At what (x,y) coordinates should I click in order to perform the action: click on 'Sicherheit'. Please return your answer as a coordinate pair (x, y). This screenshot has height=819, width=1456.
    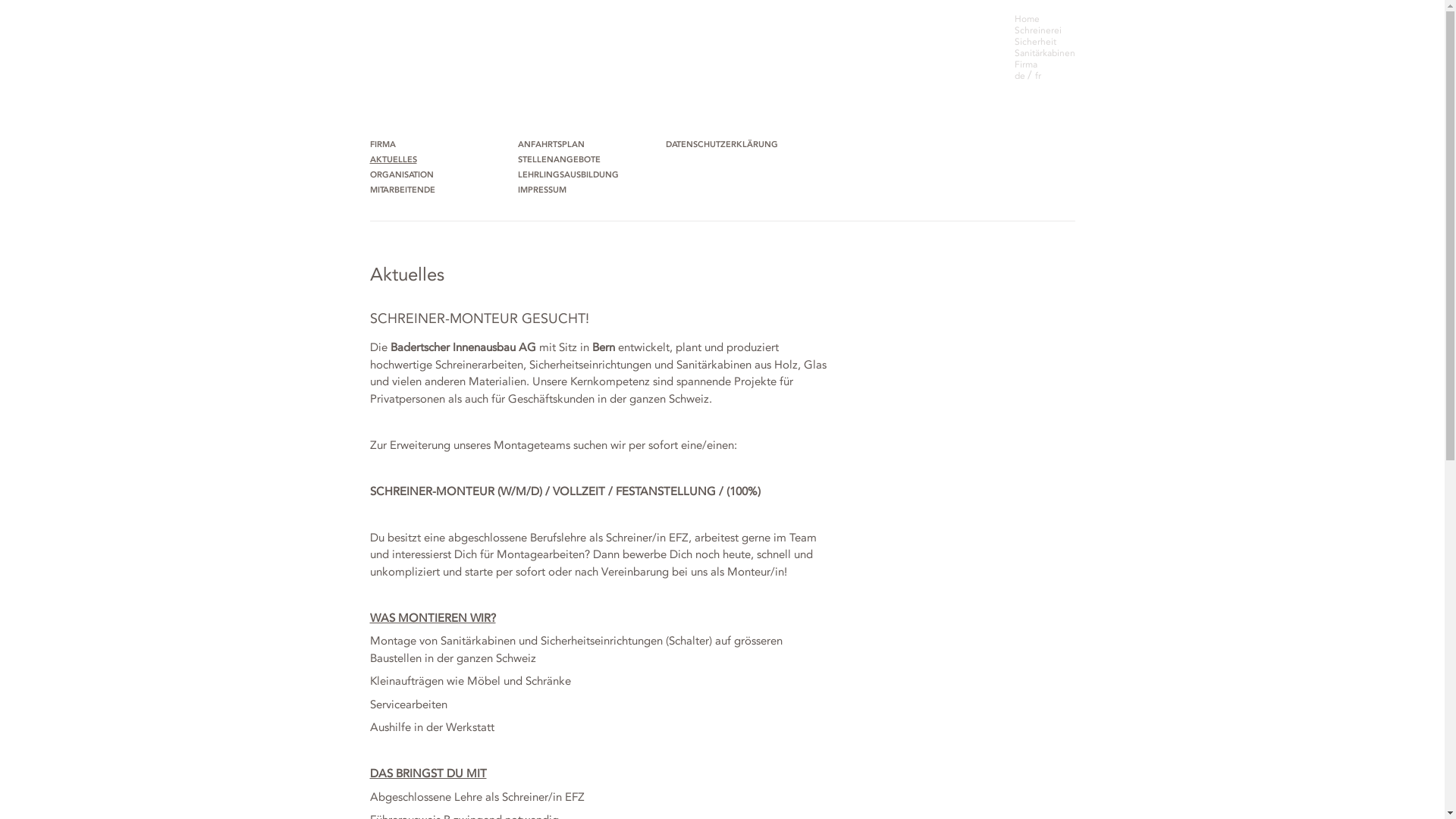
    Looking at the image, I should click on (1034, 40).